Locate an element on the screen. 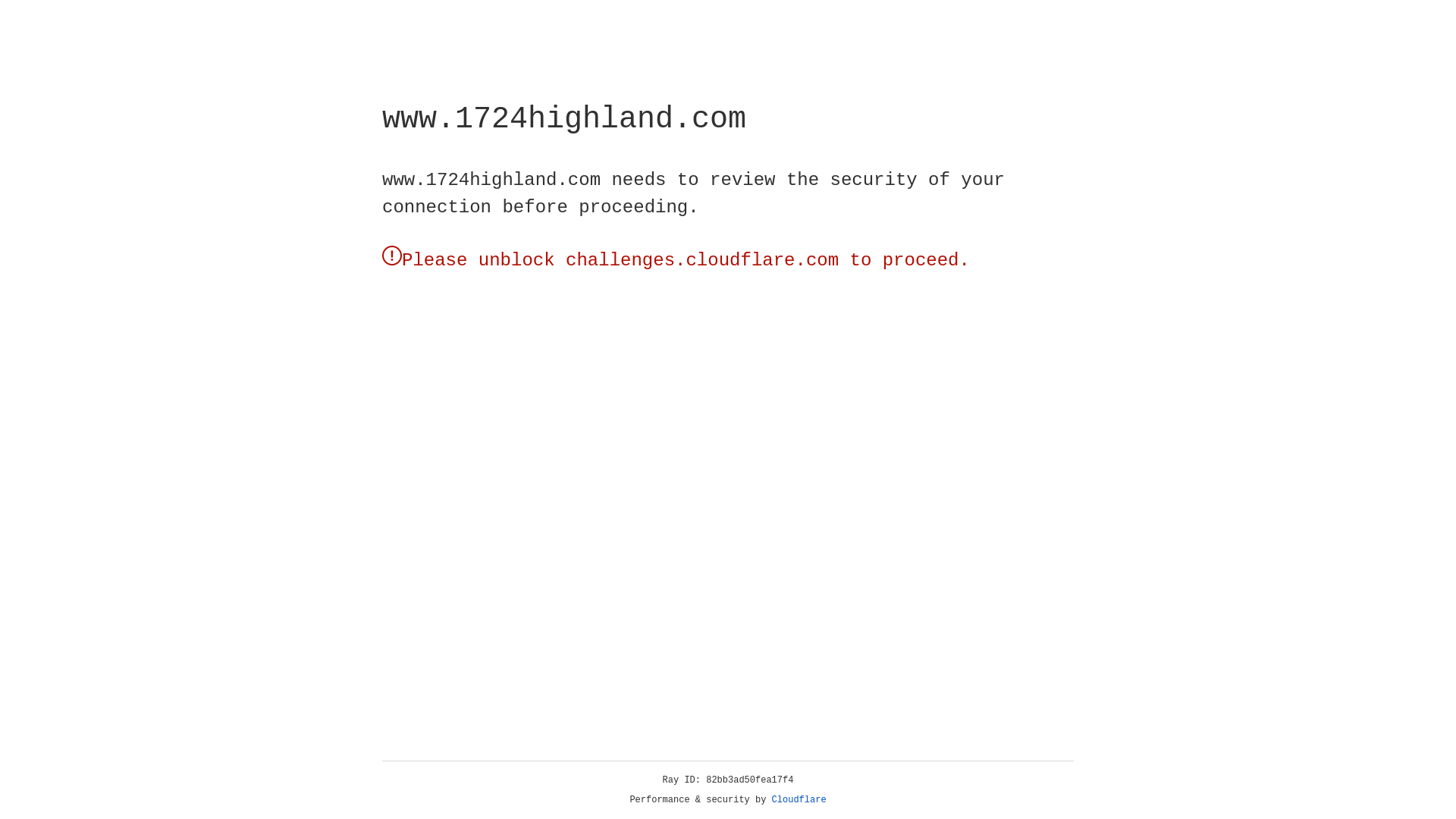 The image size is (1456, 819). 'Cloudflare' is located at coordinates (771, 799).